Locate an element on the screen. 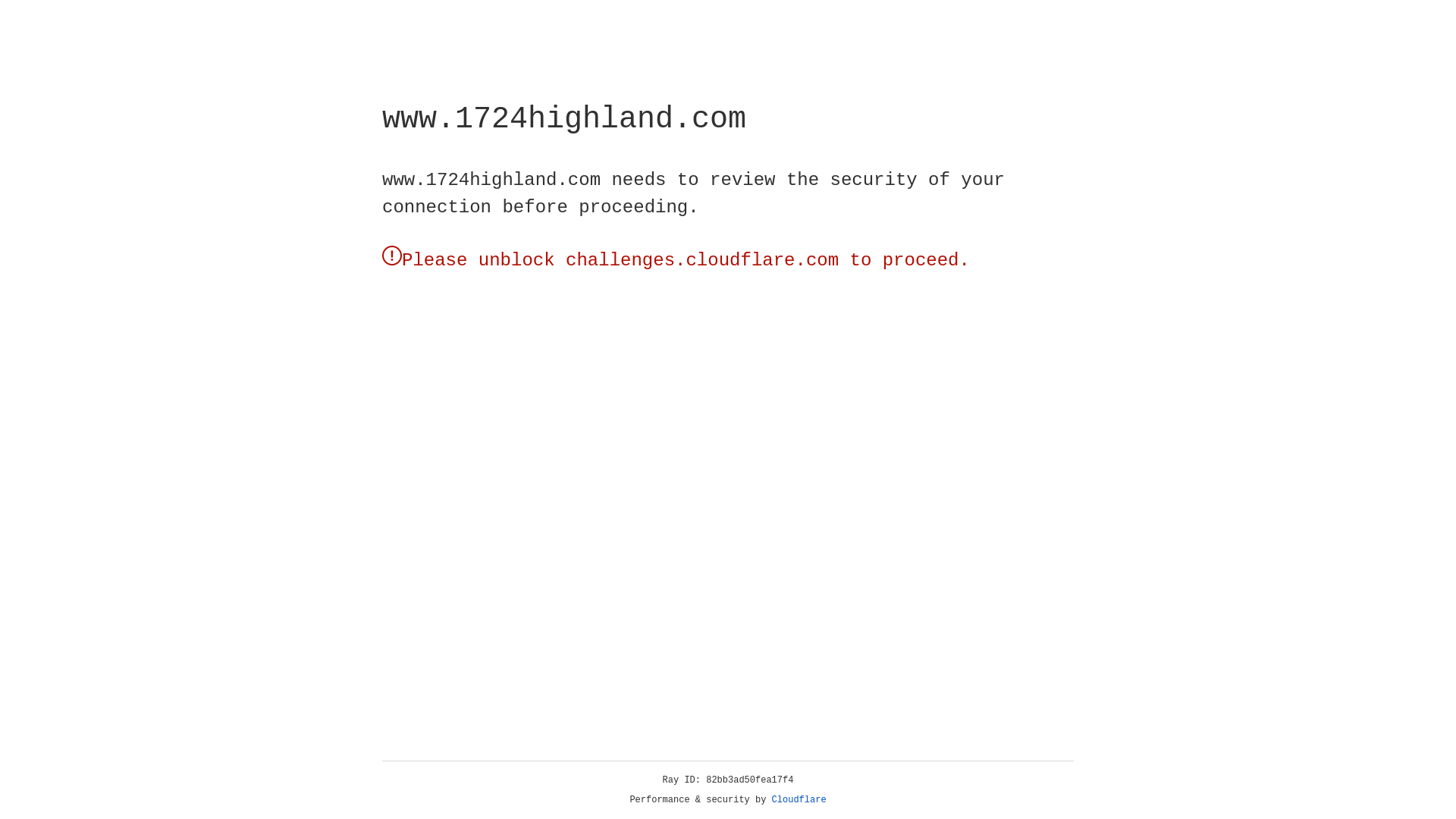 The image size is (1456, 819). 'Cloudflare' is located at coordinates (771, 799).